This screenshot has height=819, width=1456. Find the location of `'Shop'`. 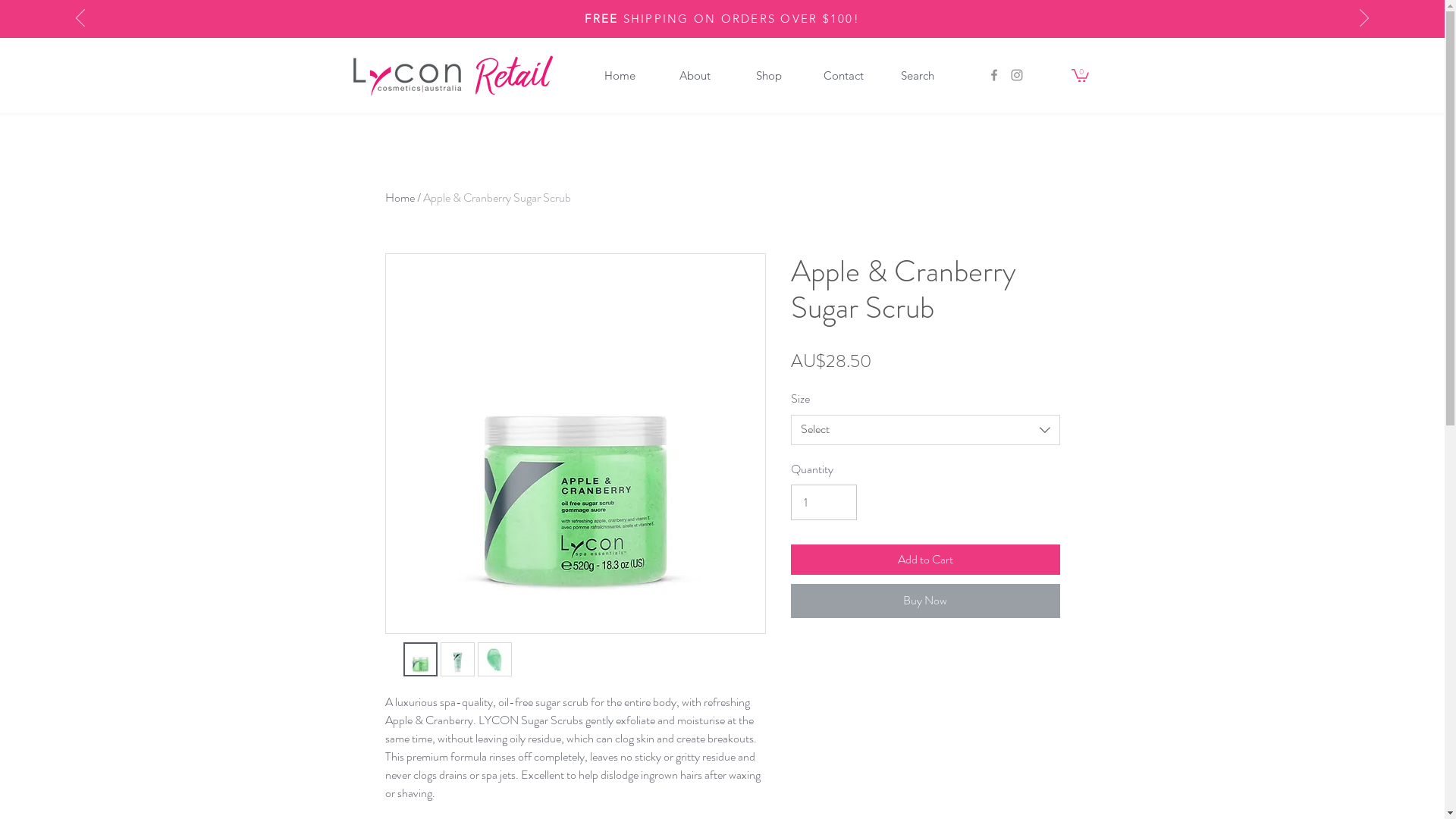

'Shop' is located at coordinates (767, 75).